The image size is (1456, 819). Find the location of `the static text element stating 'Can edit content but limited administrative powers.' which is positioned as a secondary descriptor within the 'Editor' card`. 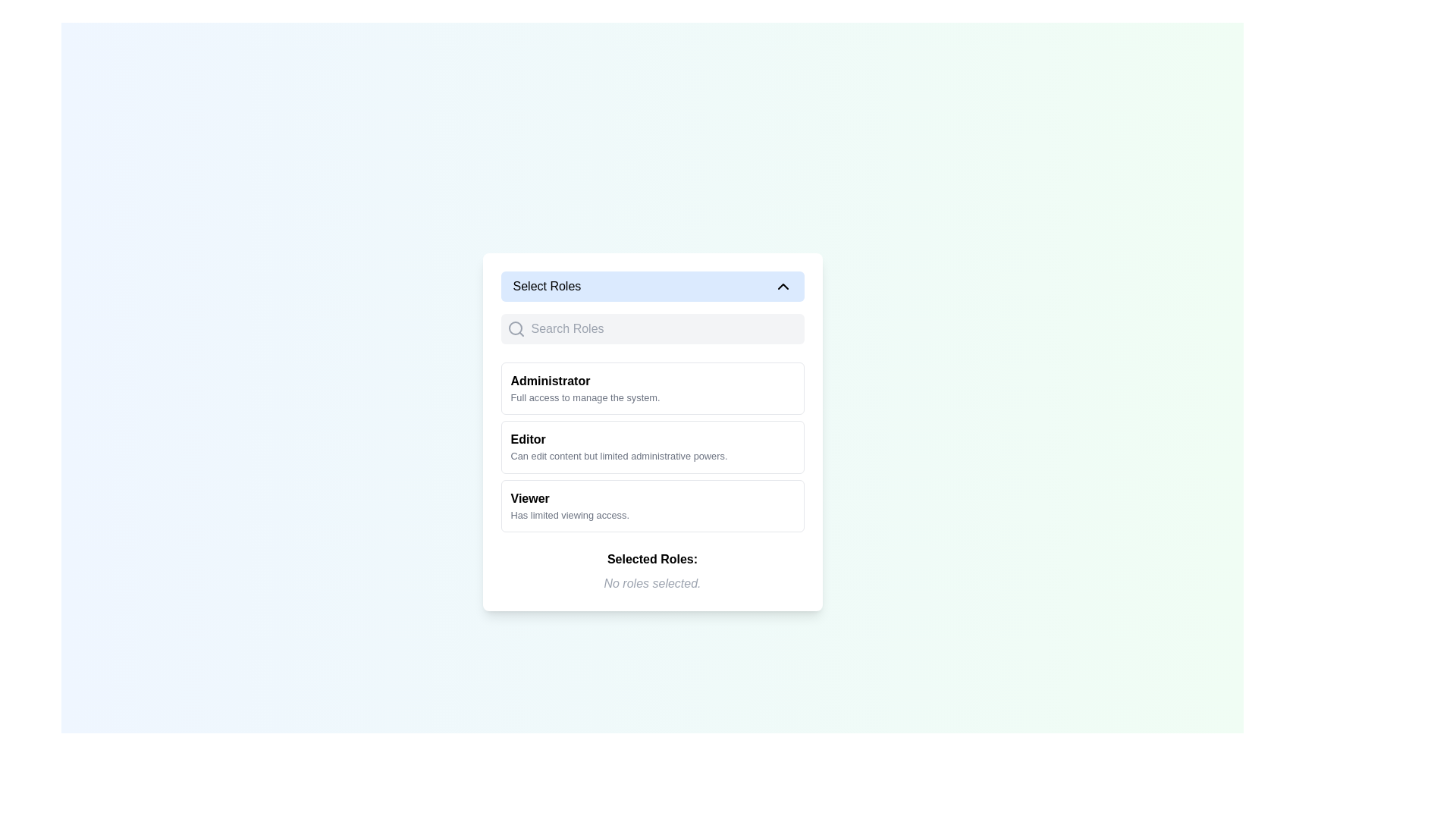

the static text element stating 'Can edit content but limited administrative powers.' which is positioned as a secondary descriptor within the 'Editor' card is located at coordinates (619, 455).